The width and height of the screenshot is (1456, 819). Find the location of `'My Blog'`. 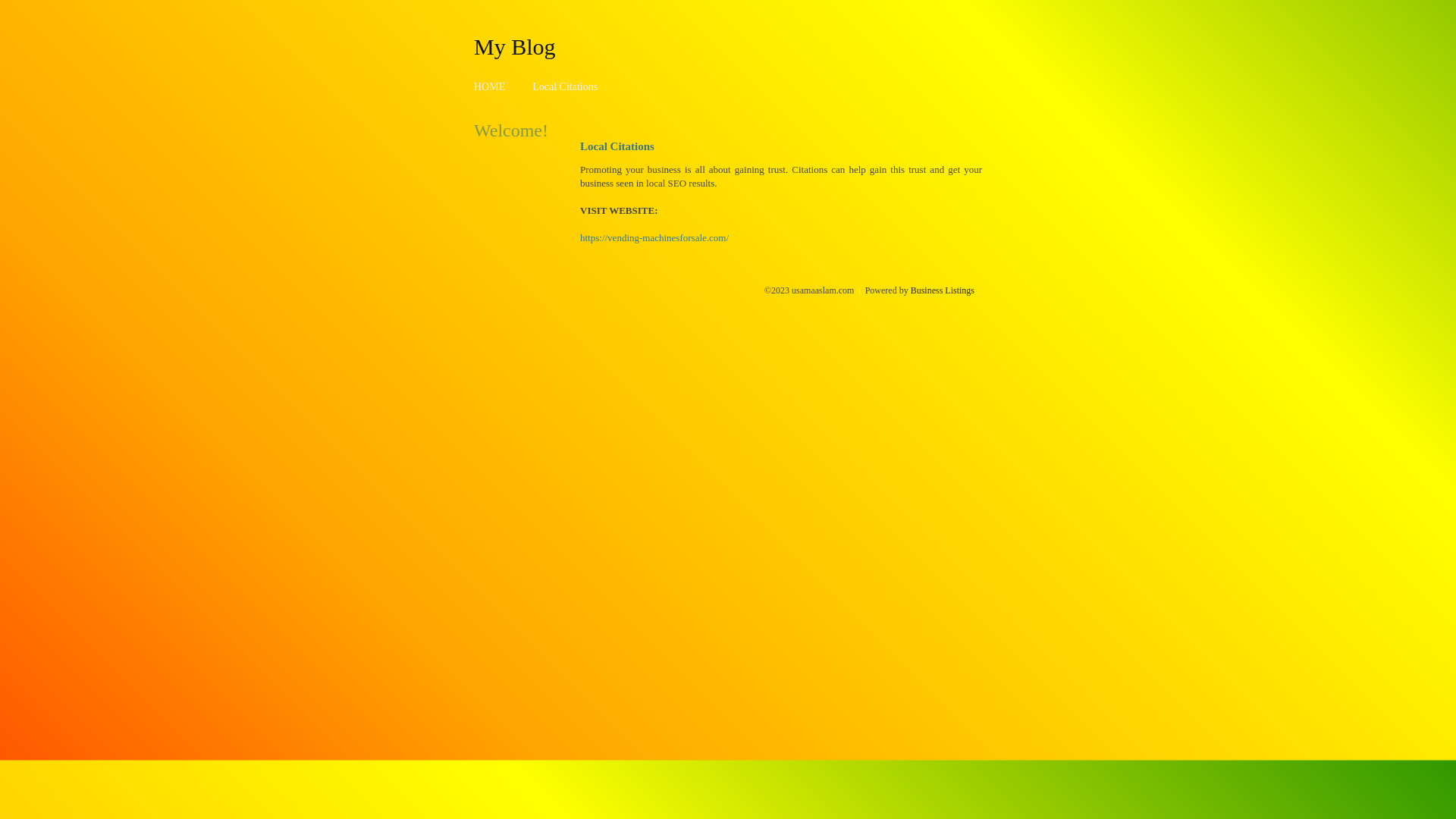

'My Blog' is located at coordinates (514, 45).